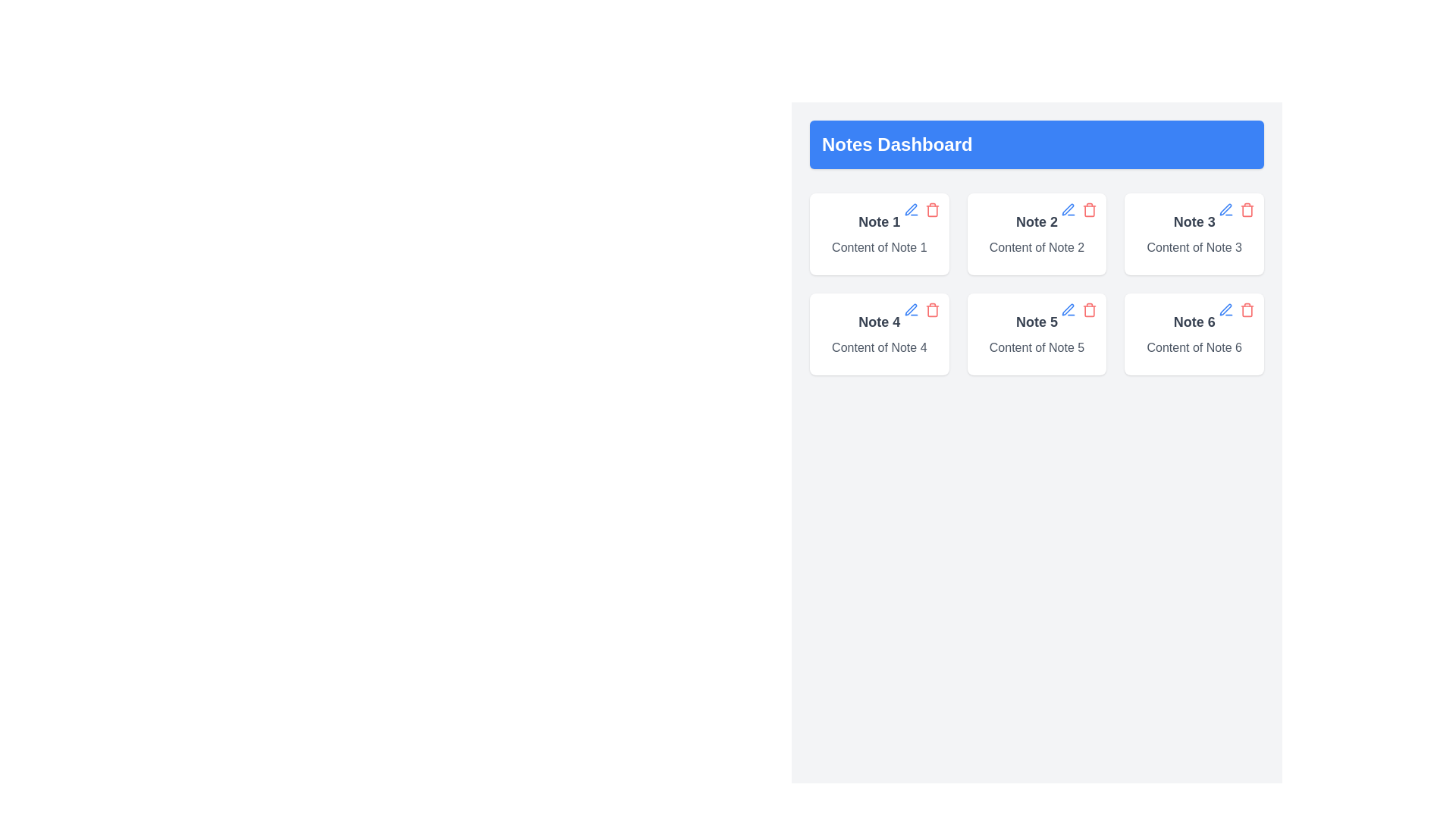  What do you see at coordinates (1237, 309) in the screenshot?
I see `the interactive icon group in the top-right corner of the 'Note 6' card, which includes the pen and trash bin icons` at bounding box center [1237, 309].